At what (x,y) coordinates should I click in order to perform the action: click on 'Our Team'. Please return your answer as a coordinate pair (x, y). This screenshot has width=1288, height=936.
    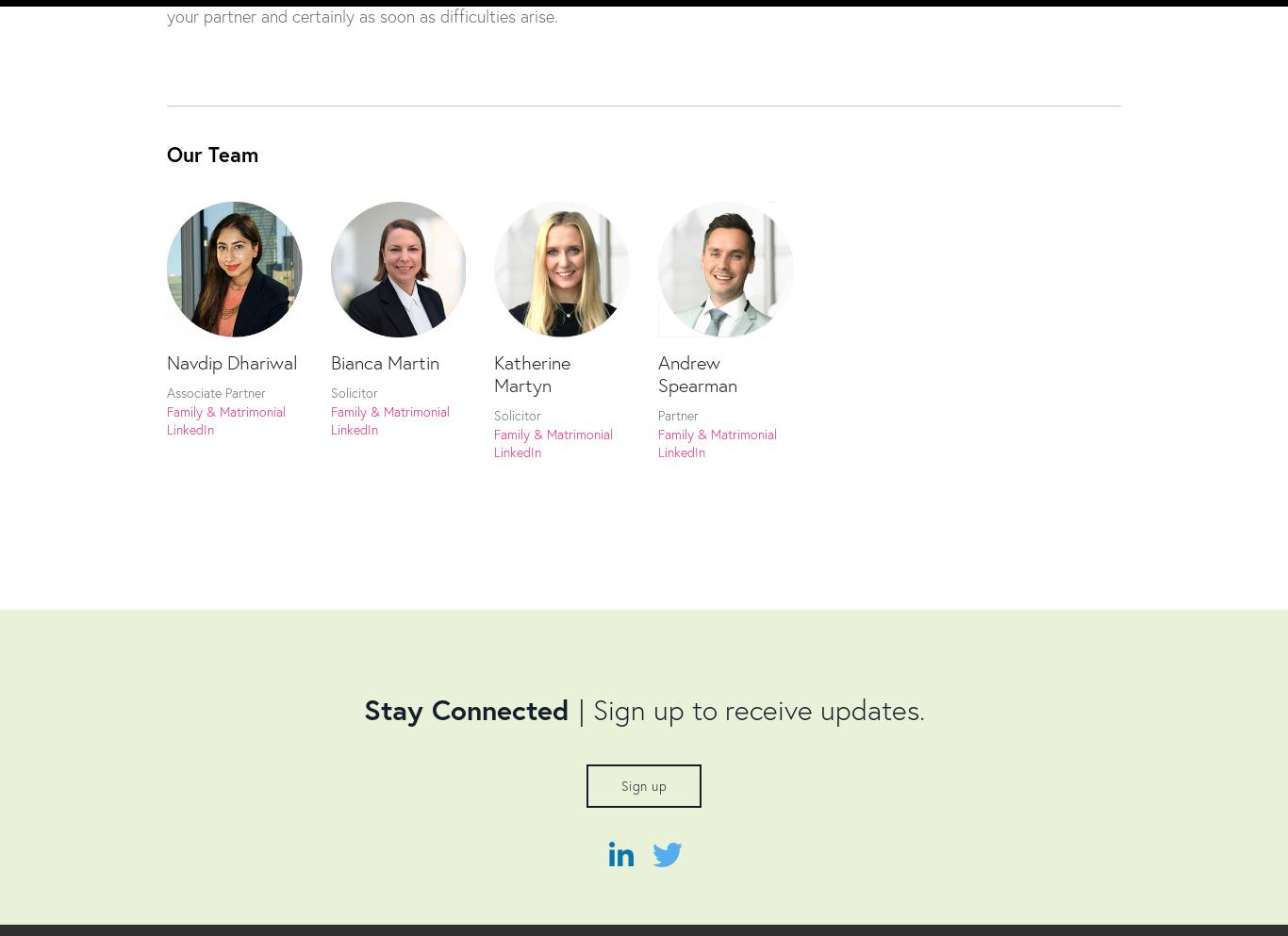
    Looking at the image, I should click on (211, 153).